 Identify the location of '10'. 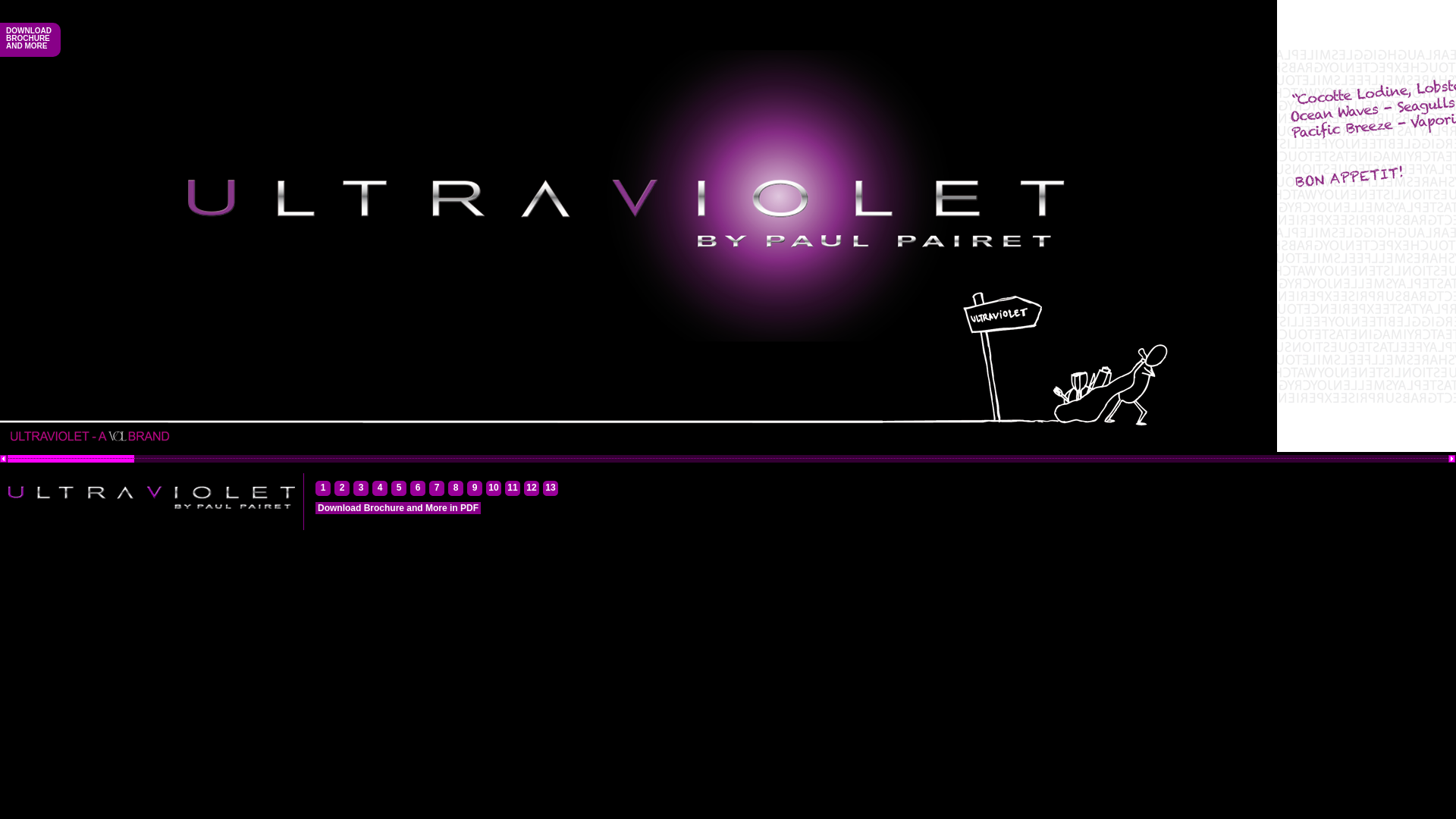
(494, 488).